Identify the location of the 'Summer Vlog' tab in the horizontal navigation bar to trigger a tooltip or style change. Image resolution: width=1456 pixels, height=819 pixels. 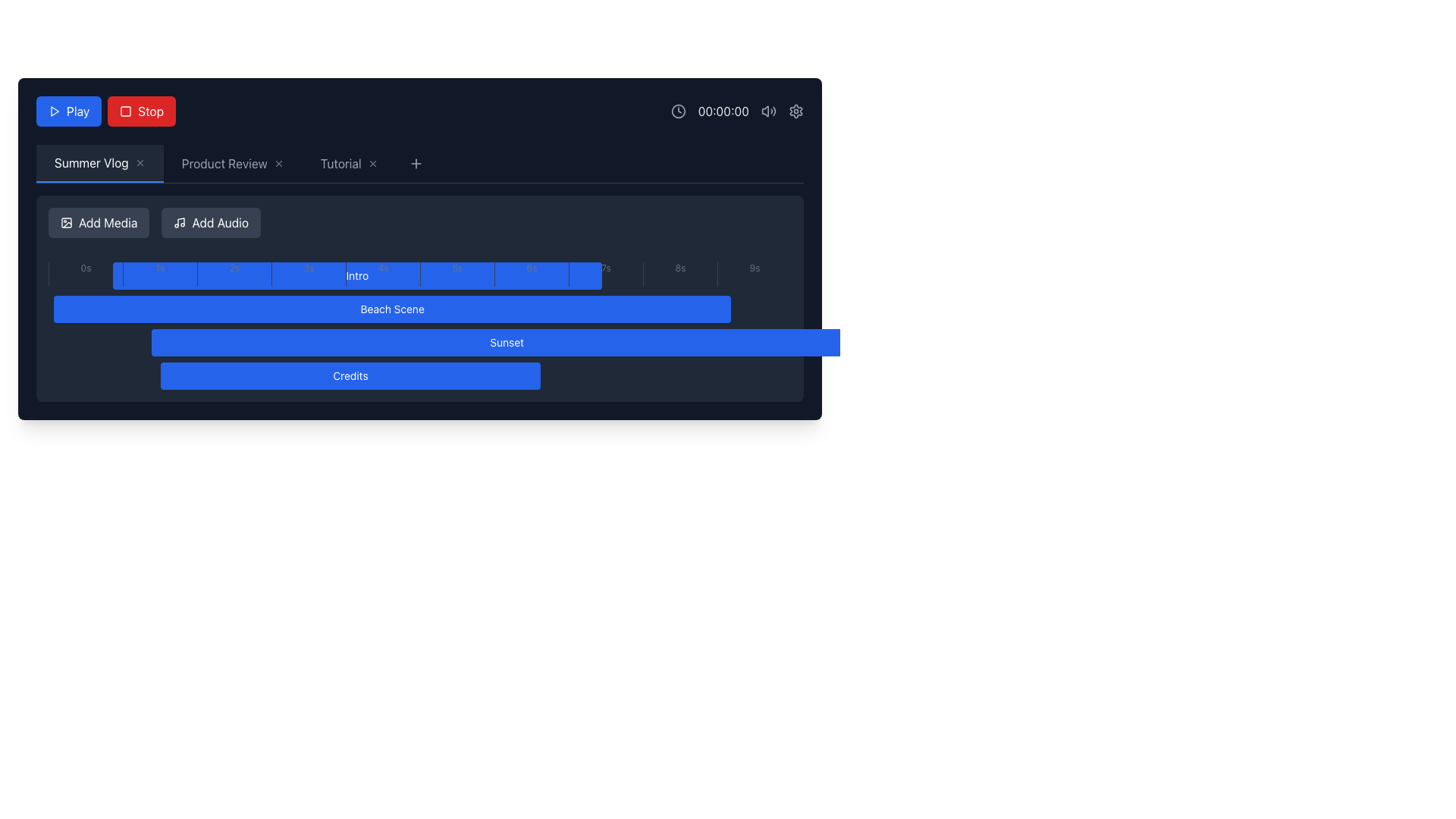
(99, 164).